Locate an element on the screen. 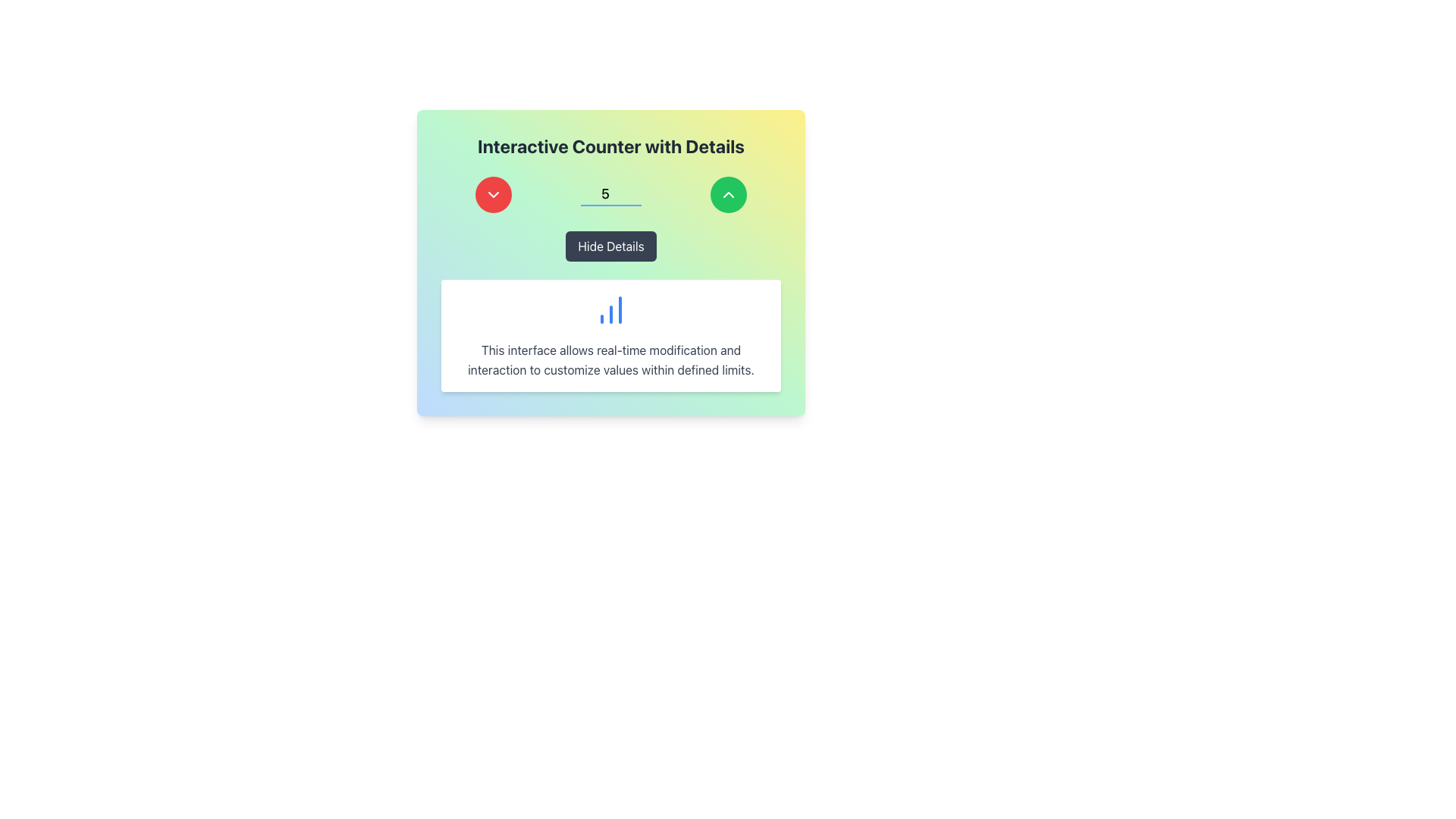 This screenshot has width=1456, height=819. the bright red circular button with a white downward-pointing chevron icon, located below the 'Interactive Counter with Details' text, to decrement the counter value is located at coordinates (494, 194).